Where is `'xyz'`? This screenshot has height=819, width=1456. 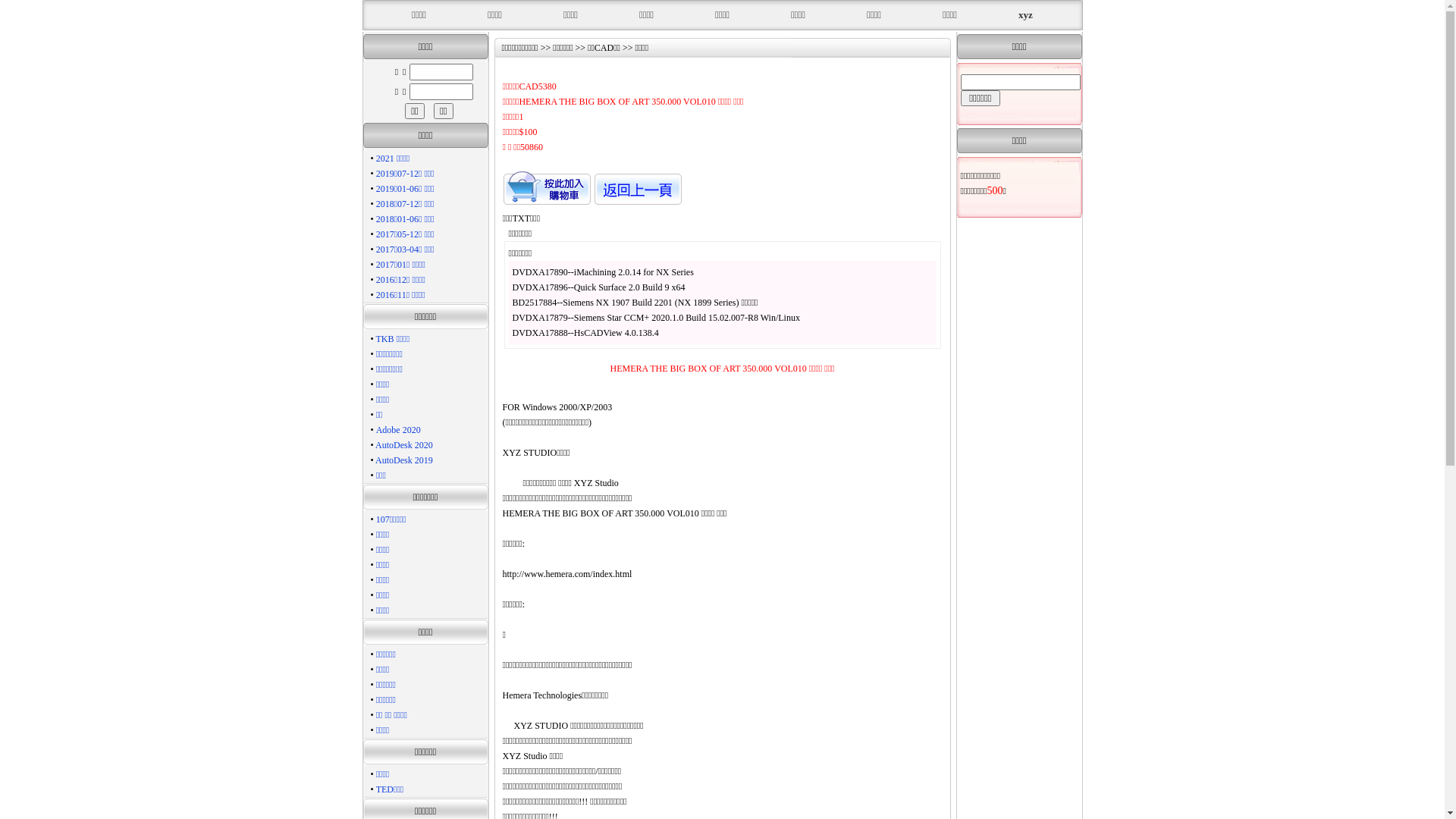 'xyz' is located at coordinates (1018, 14).